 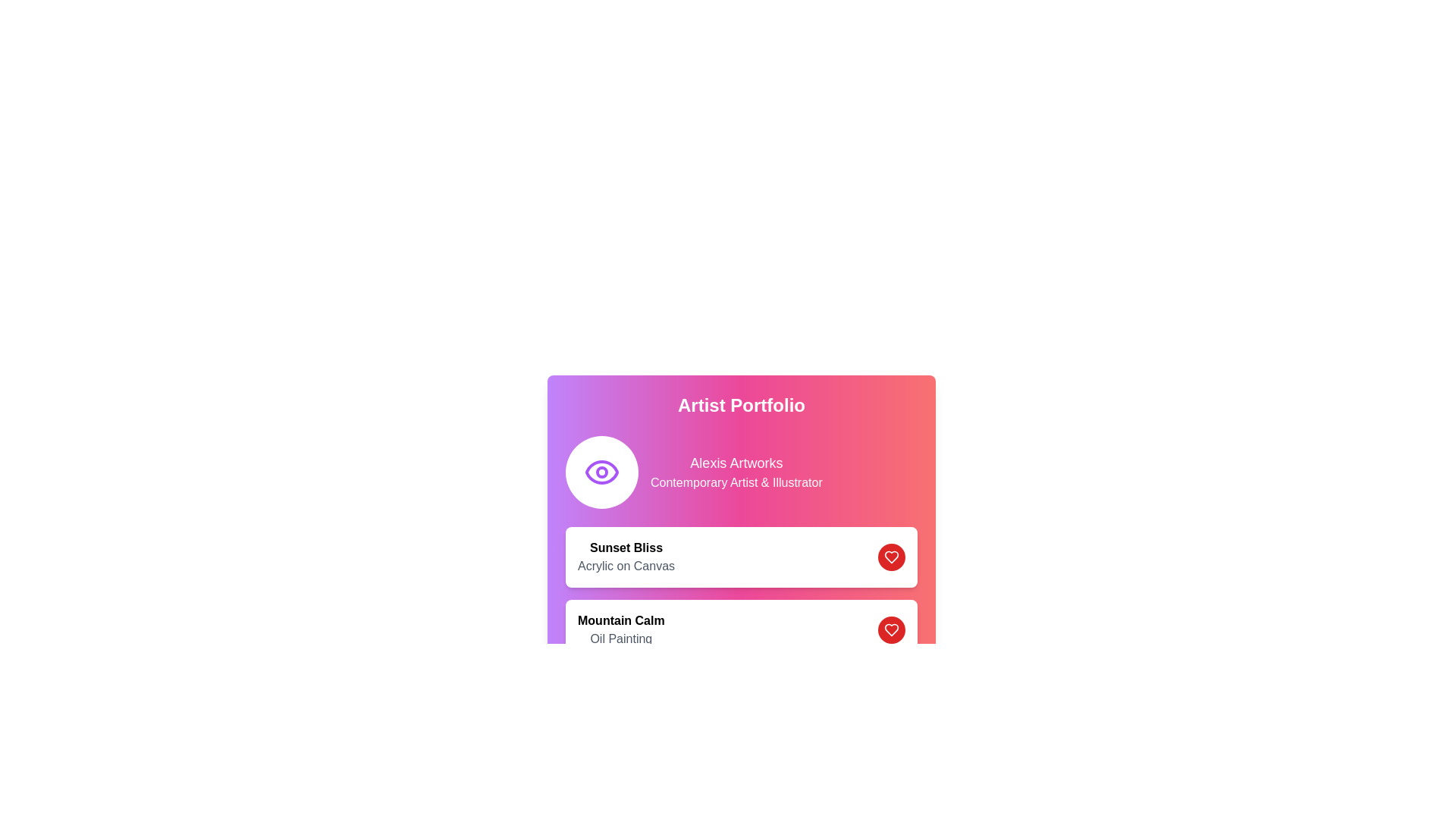 What do you see at coordinates (736, 482) in the screenshot?
I see `the text label displaying 'Contemporary Artist & Illustrator', which is located directly beneath 'Alexis Artworks' in the artist portfolio section` at bounding box center [736, 482].